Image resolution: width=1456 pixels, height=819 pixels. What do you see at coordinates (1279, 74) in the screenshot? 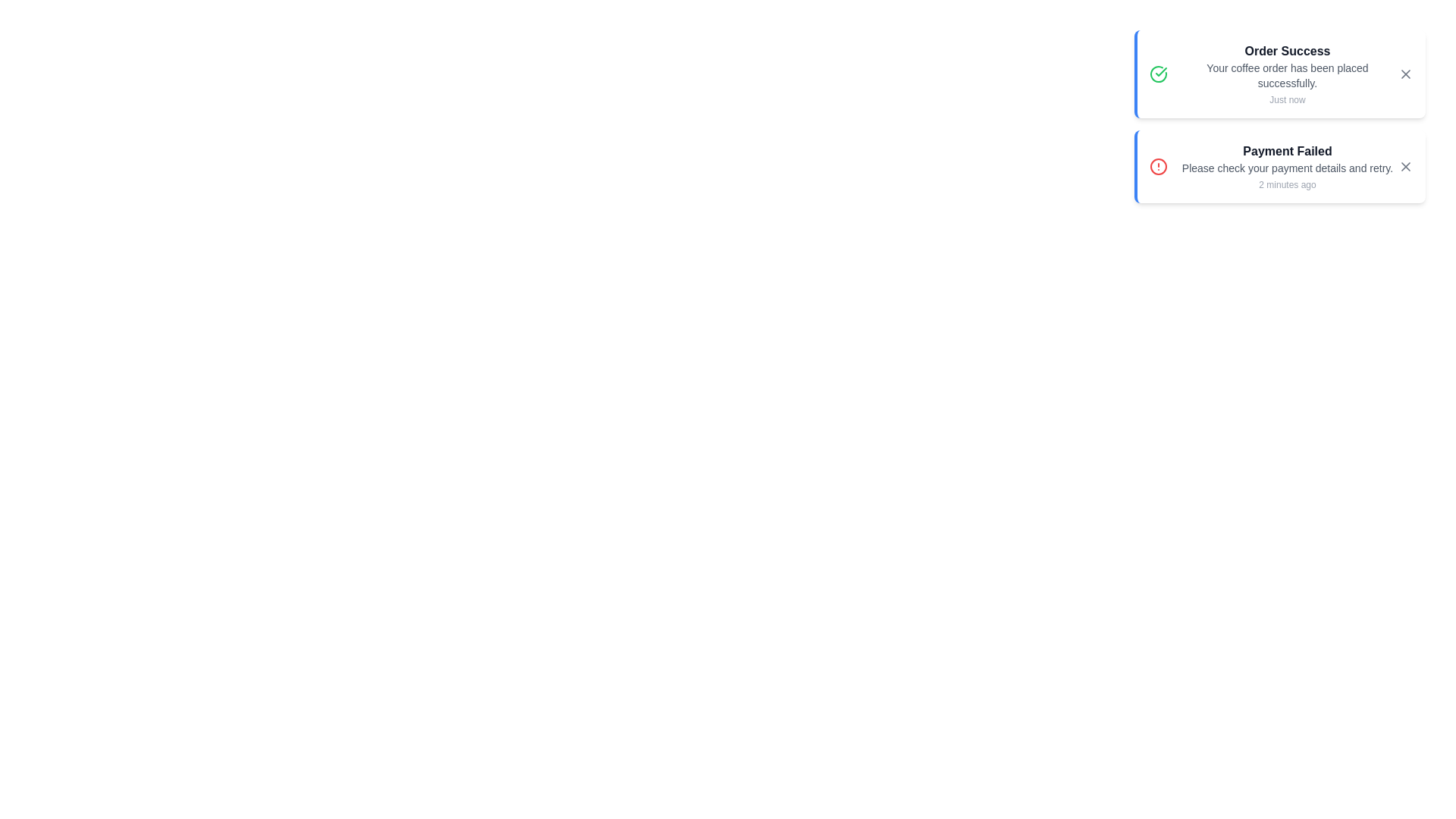
I see `the notification item Order Success` at bounding box center [1279, 74].